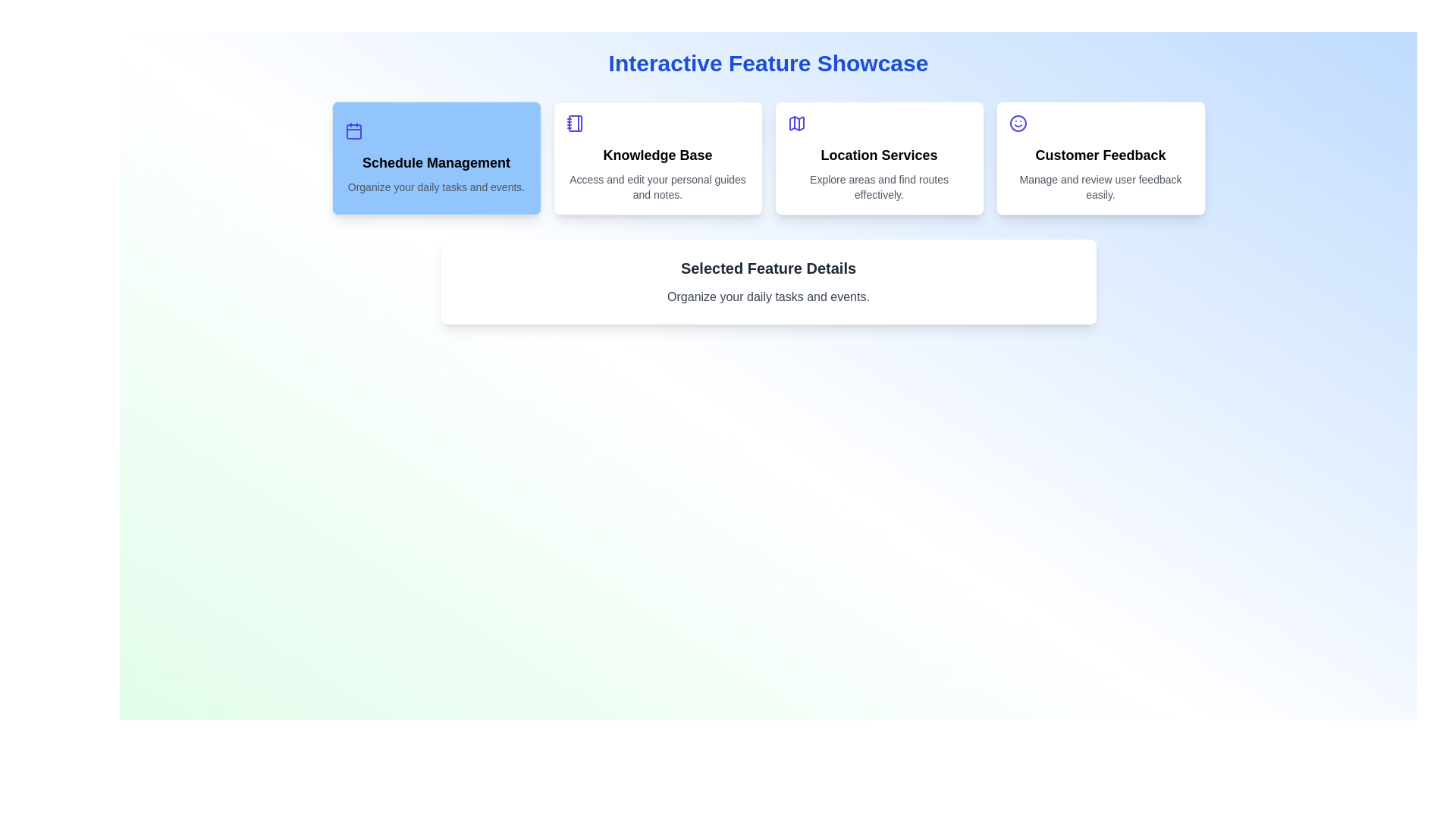 This screenshot has width=1456, height=819. What do you see at coordinates (657, 158) in the screenshot?
I see `the second interactive card in the grid layout` at bounding box center [657, 158].